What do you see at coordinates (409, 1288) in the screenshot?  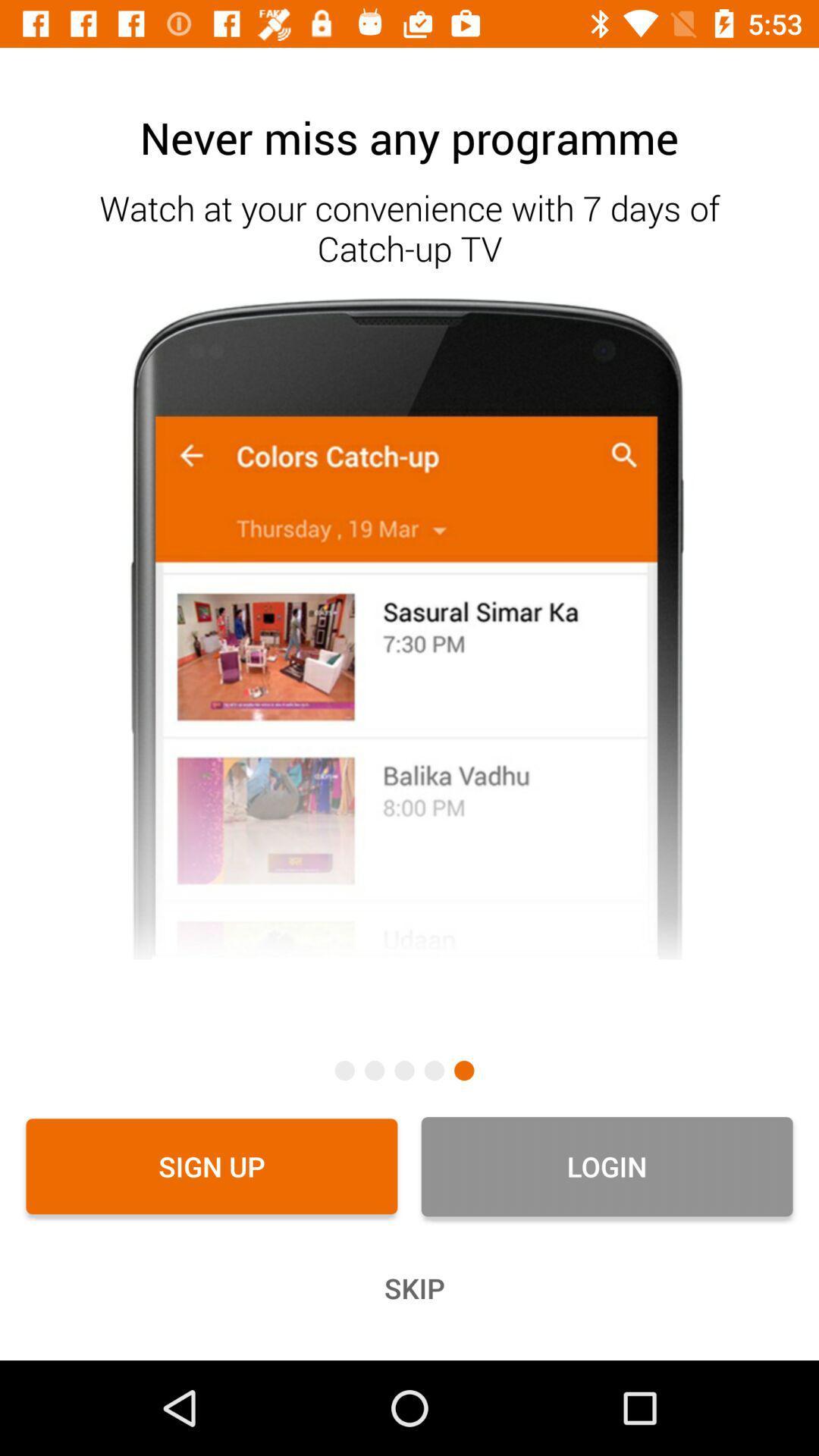 I see `the icon below the login item` at bounding box center [409, 1288].